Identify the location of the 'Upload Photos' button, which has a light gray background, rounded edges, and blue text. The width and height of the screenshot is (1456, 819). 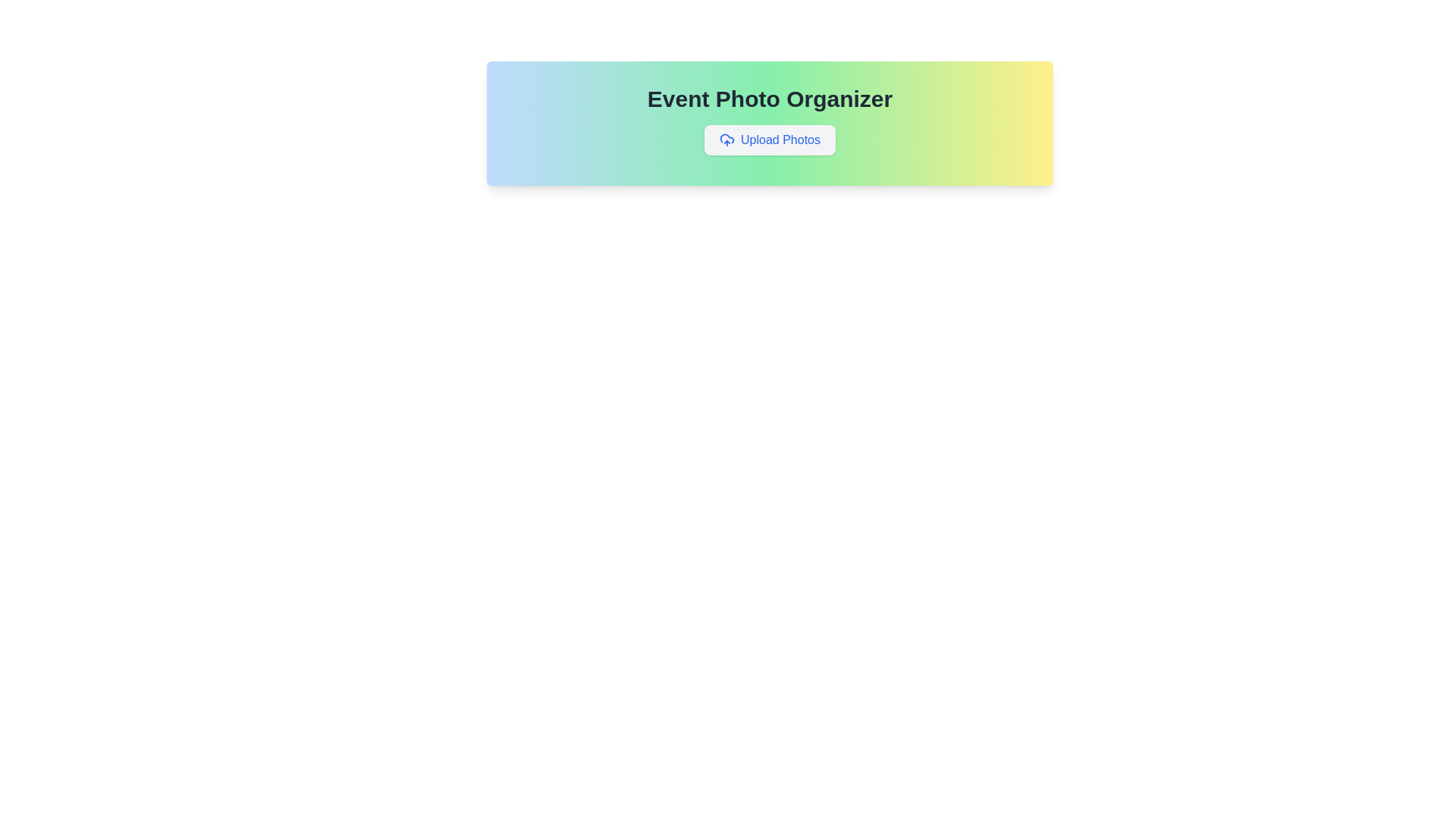
(770, 140).